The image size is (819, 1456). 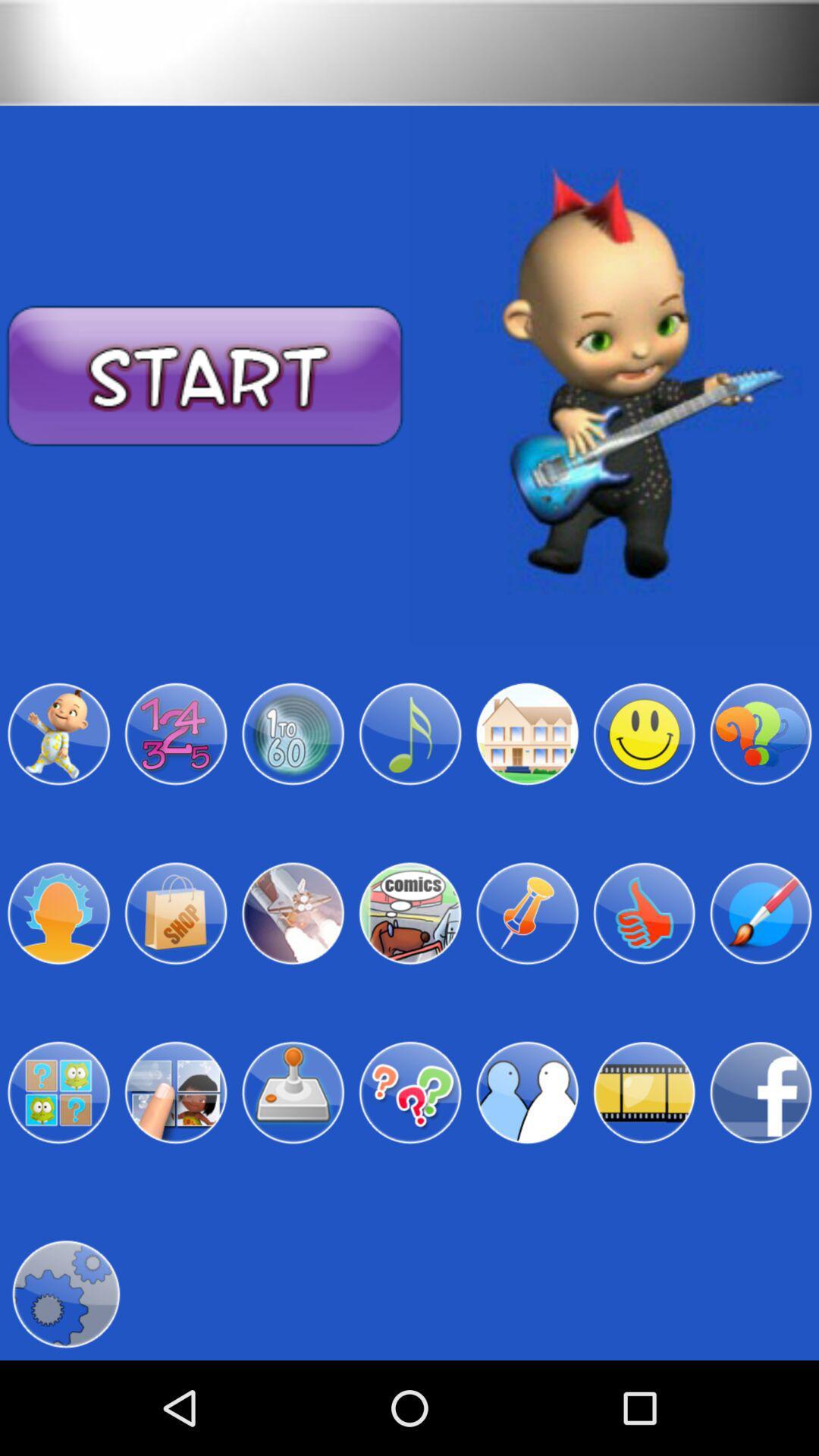 I want to click on question section, so click(x=409, y=1093).